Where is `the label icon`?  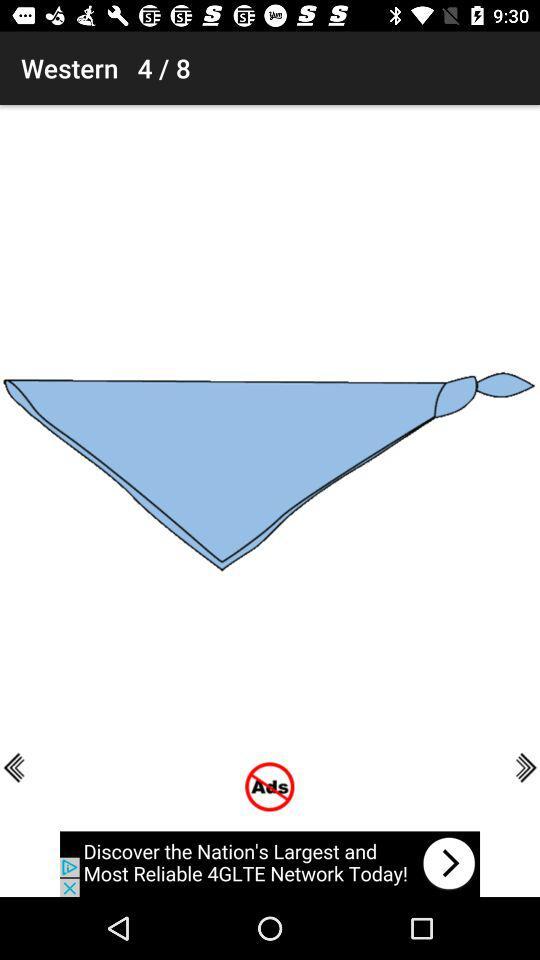 the label icon is located at coordinates (20, 21).